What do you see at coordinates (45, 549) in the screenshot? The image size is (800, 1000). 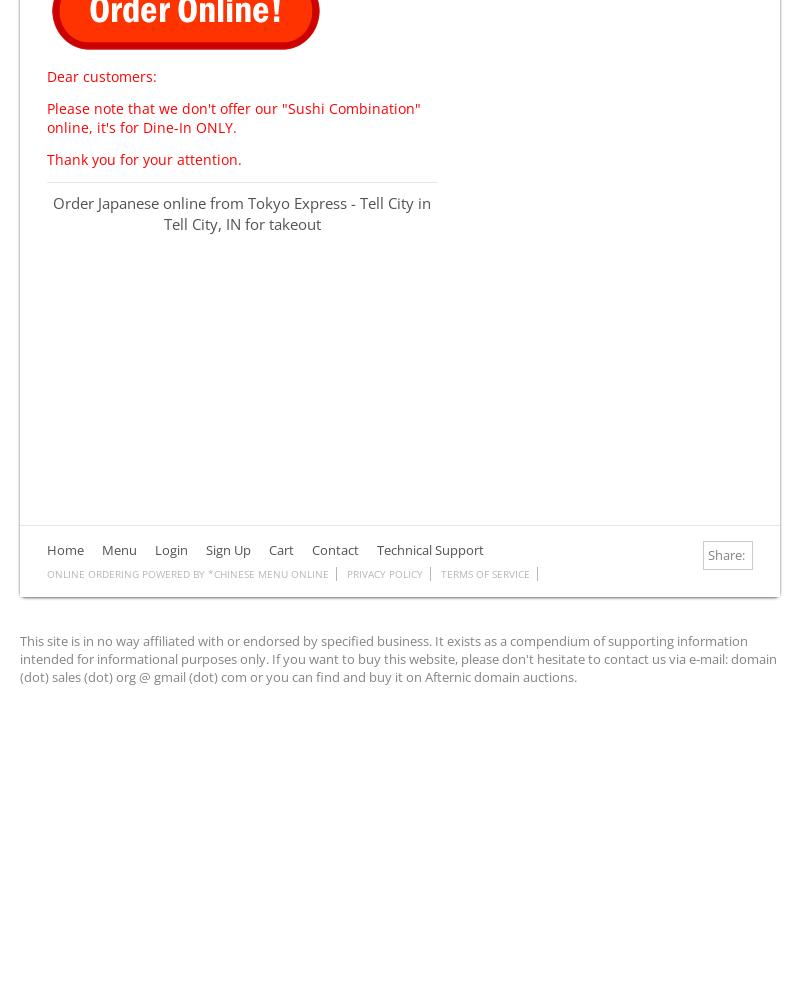 I see `'Home'` at bounding box center [45, 549].